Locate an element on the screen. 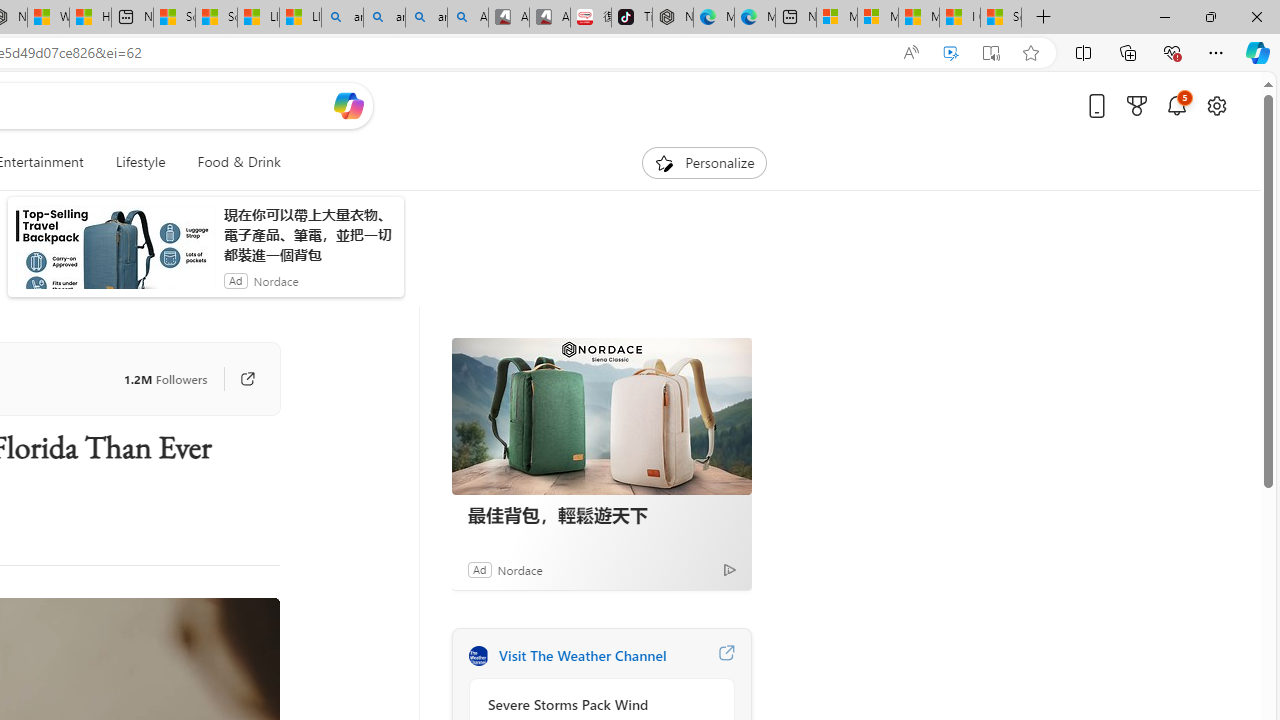 The image size is (1280, 720). 'Copilot (Ctrl+Shift+.)' is located at coordinates (1257, 51).